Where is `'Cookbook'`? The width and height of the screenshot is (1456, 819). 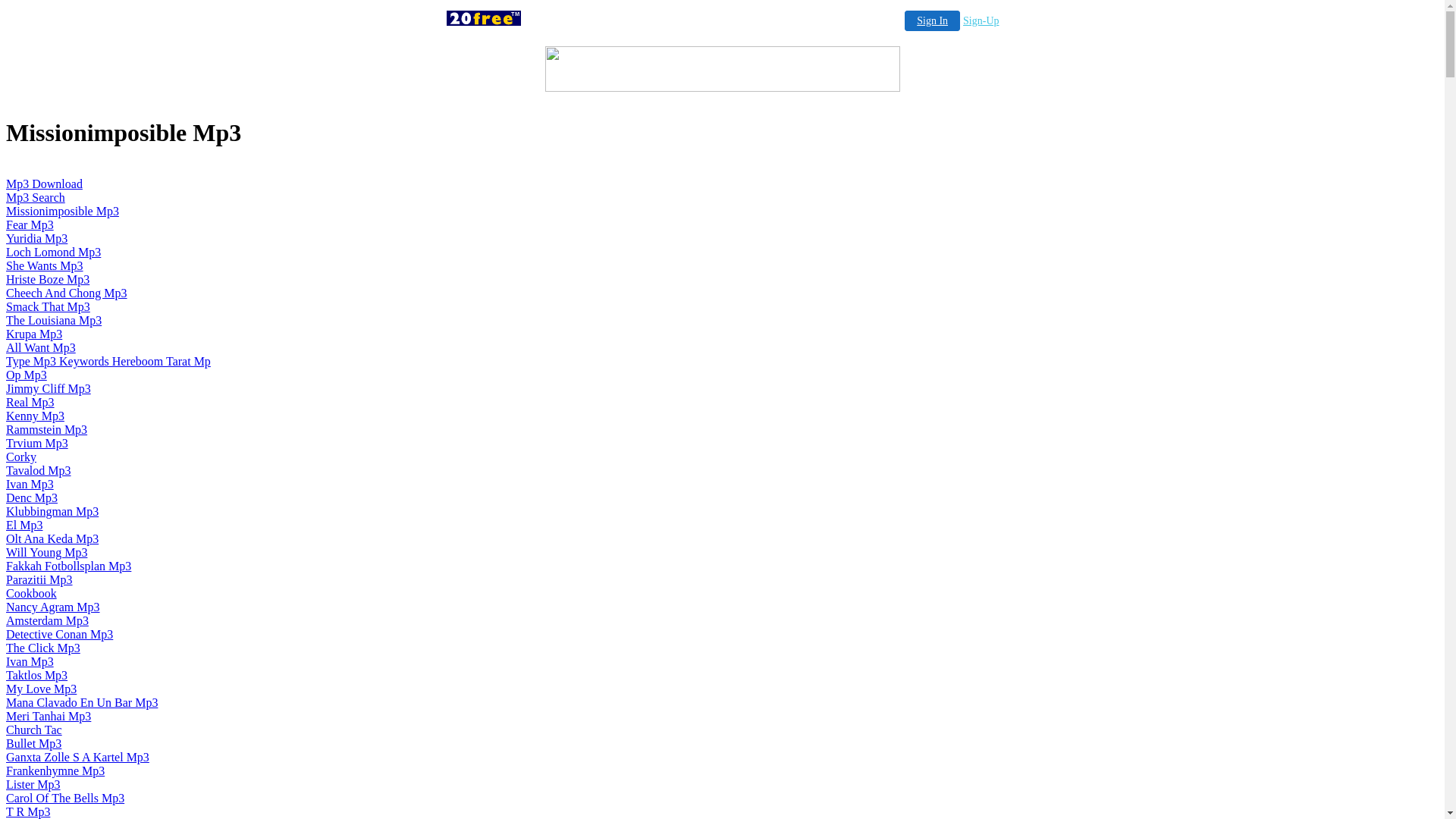
'Cookbook' is located at coordinates (31, 592).